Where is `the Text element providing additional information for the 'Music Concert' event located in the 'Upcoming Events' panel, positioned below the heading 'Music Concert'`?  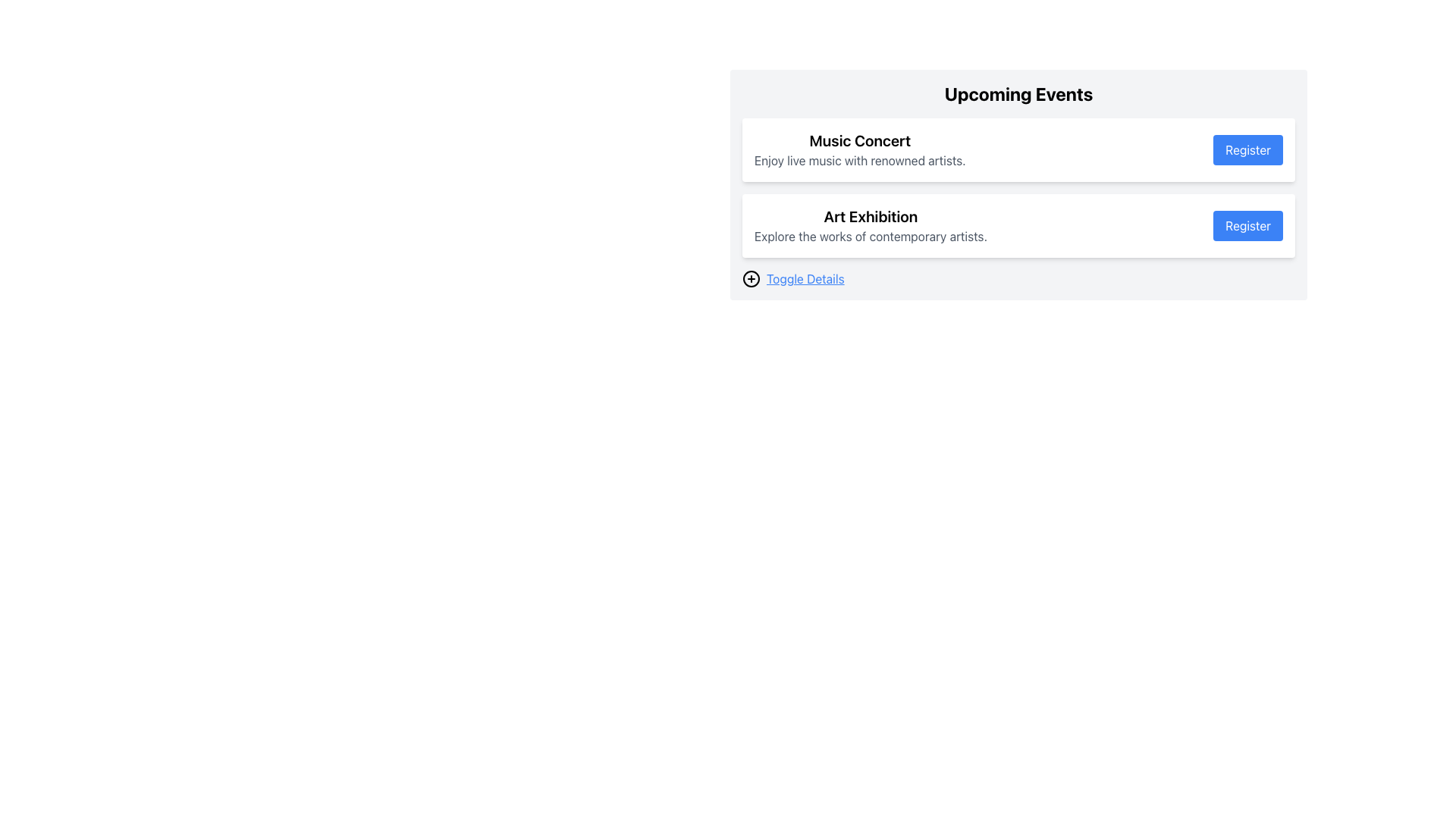 the Text element providing additional information for the 'Music Concert' event located in the 'Upcoming Events' panel, positioned below the heading 'Music Concert' is located at coordinates (860, 161).